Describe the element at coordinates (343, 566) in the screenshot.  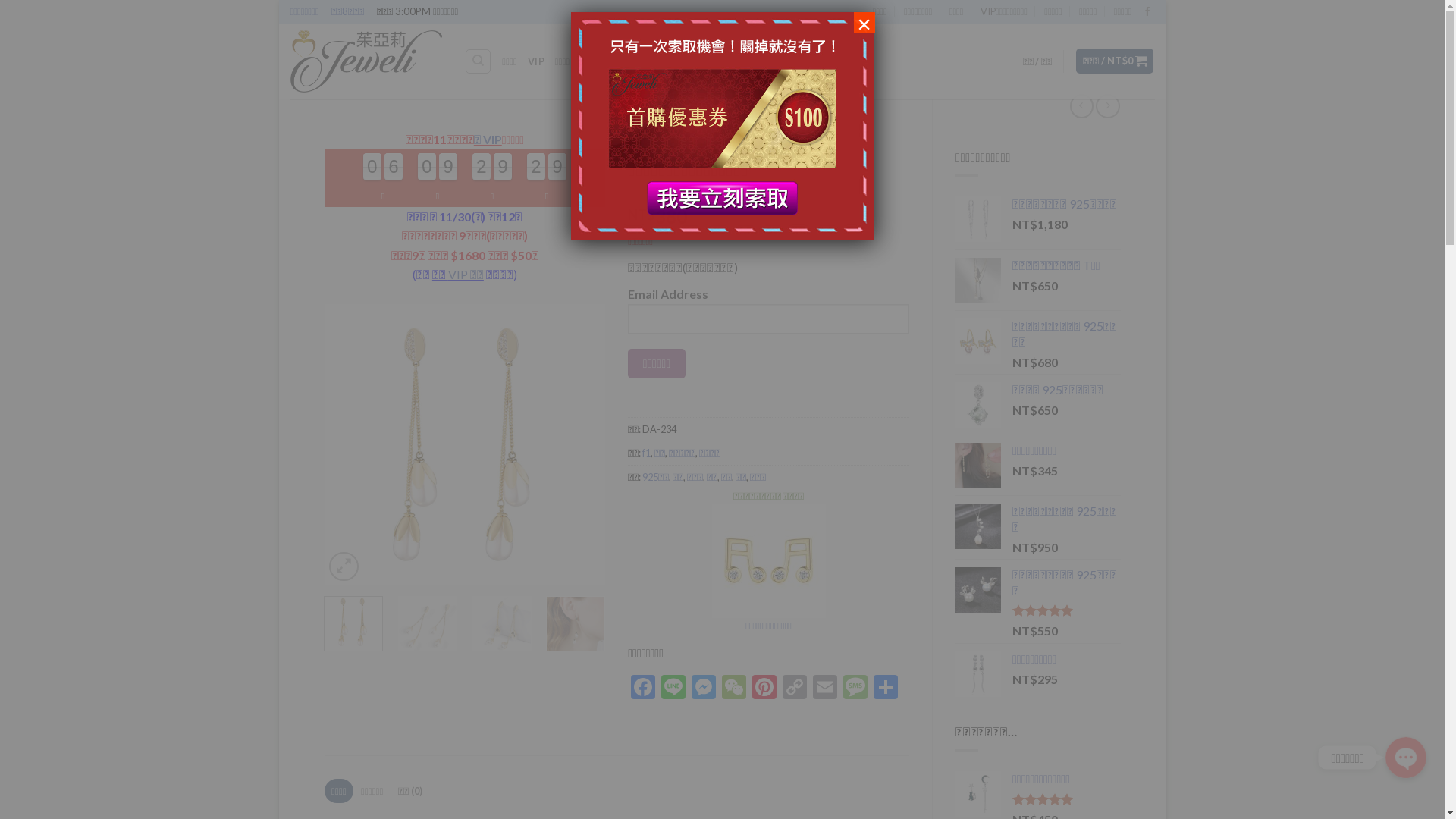
I see `'Zoom'` at that location.